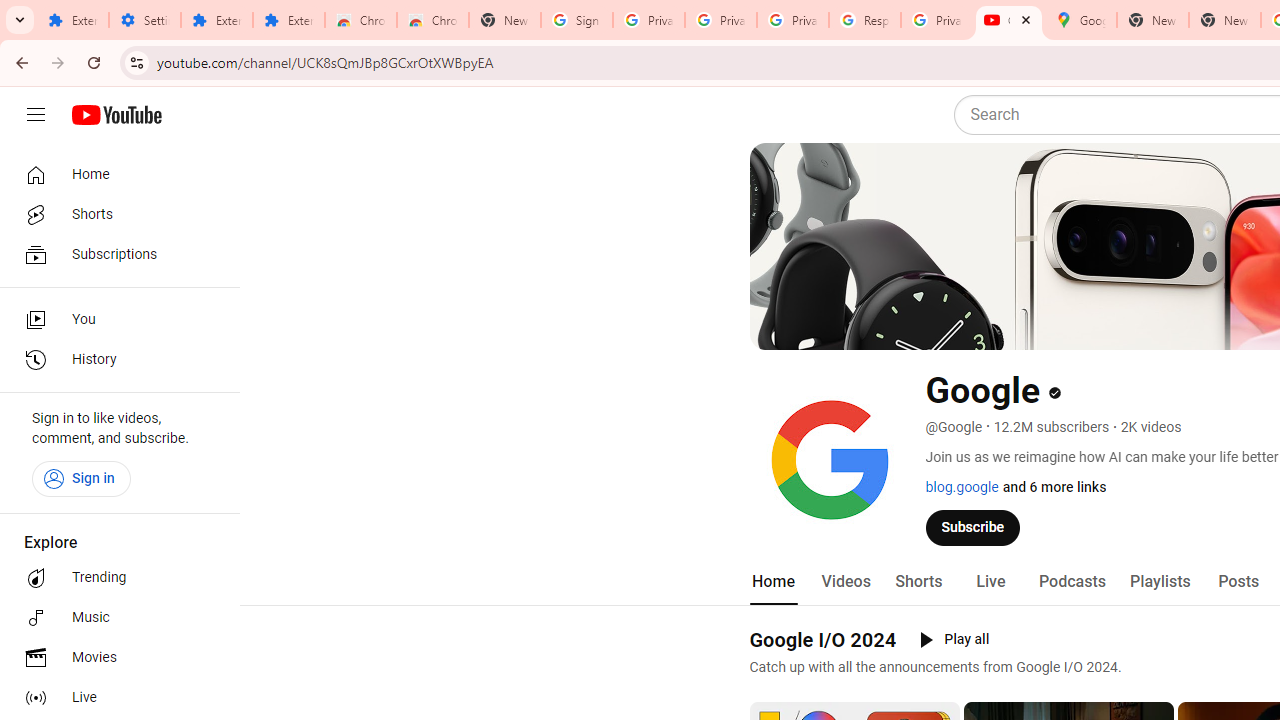  What do you see at coordinates (288, 20) in the screenshot?
I see `'Extensions'` at bounding box center [288, 20].